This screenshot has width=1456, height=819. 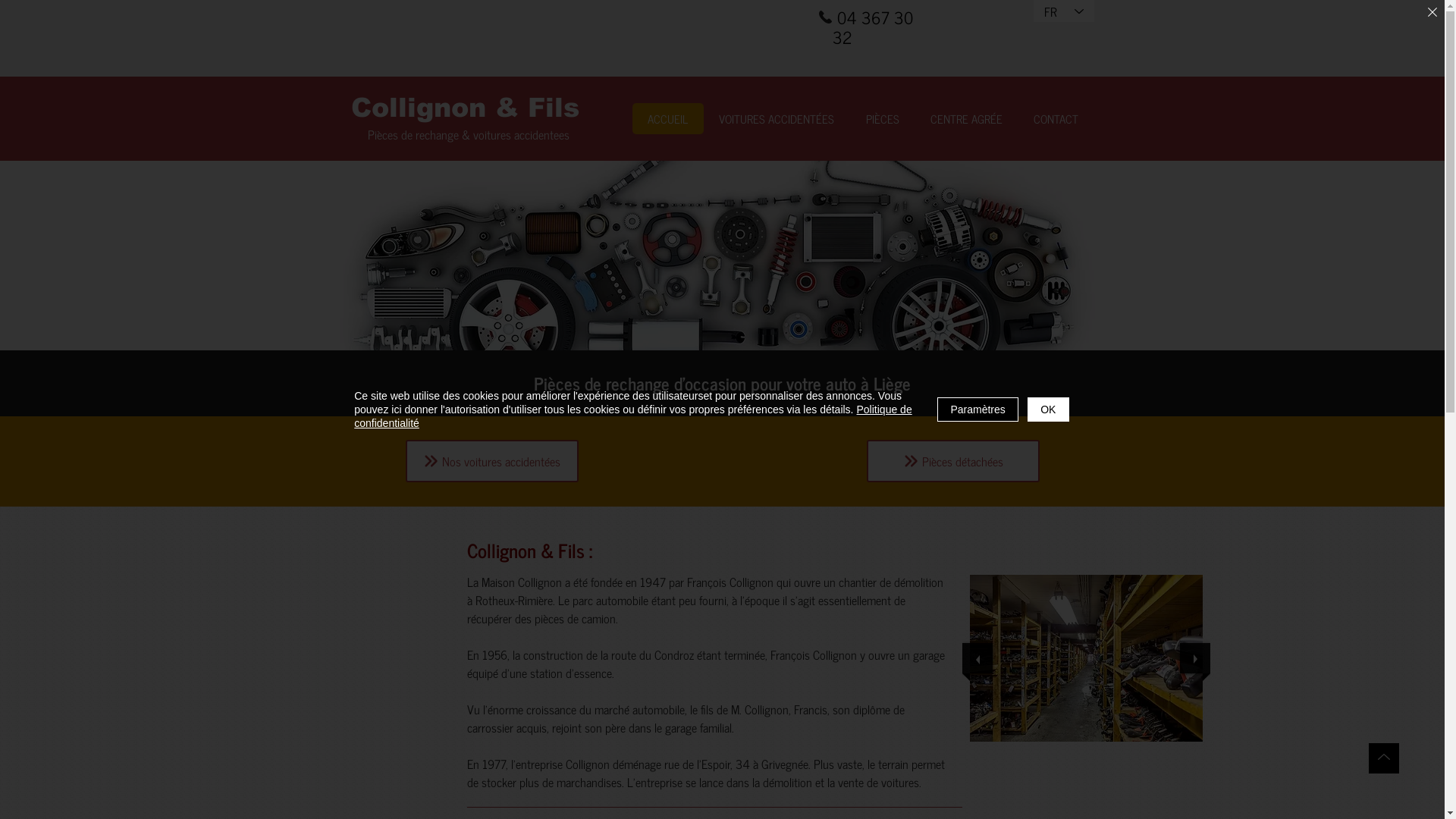 I want to click on 'CONTACT', so click(x=1055, y=118).